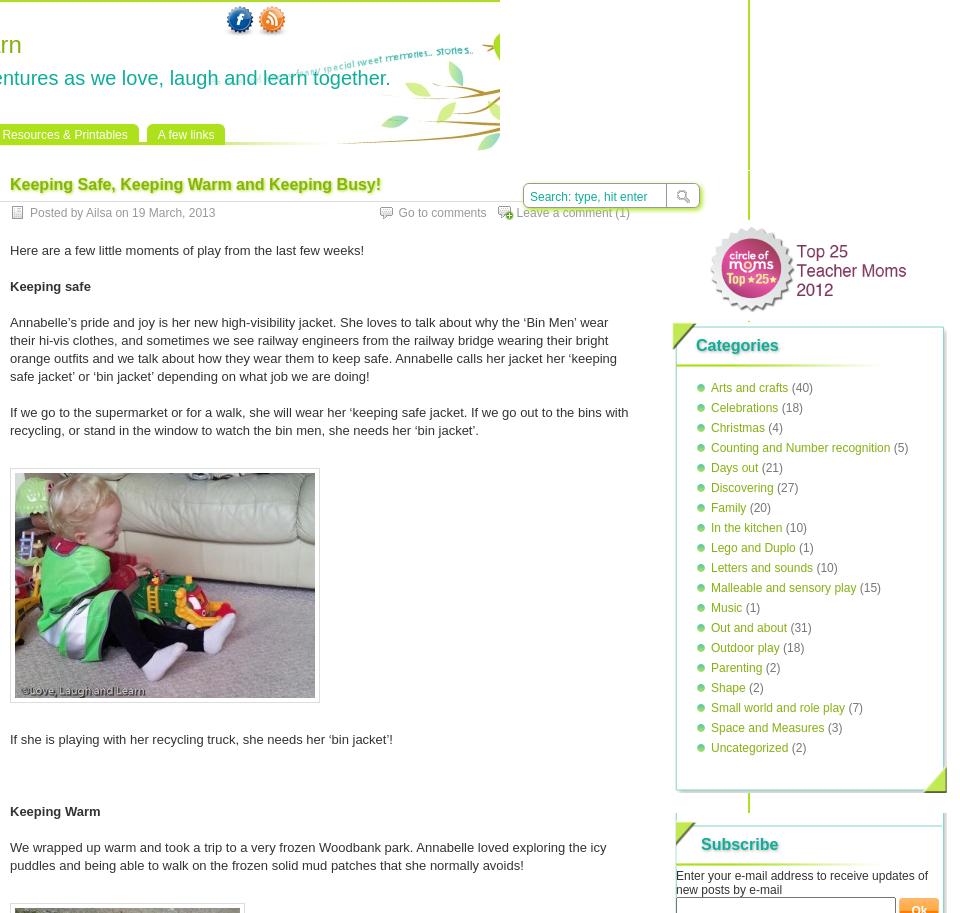 The height and width of the screenshot is (913, 960). What do you see at coordinates (783, 587) in the screenshot?
I see `'Malleable and sensory play'` at bounding box center [783, 587].